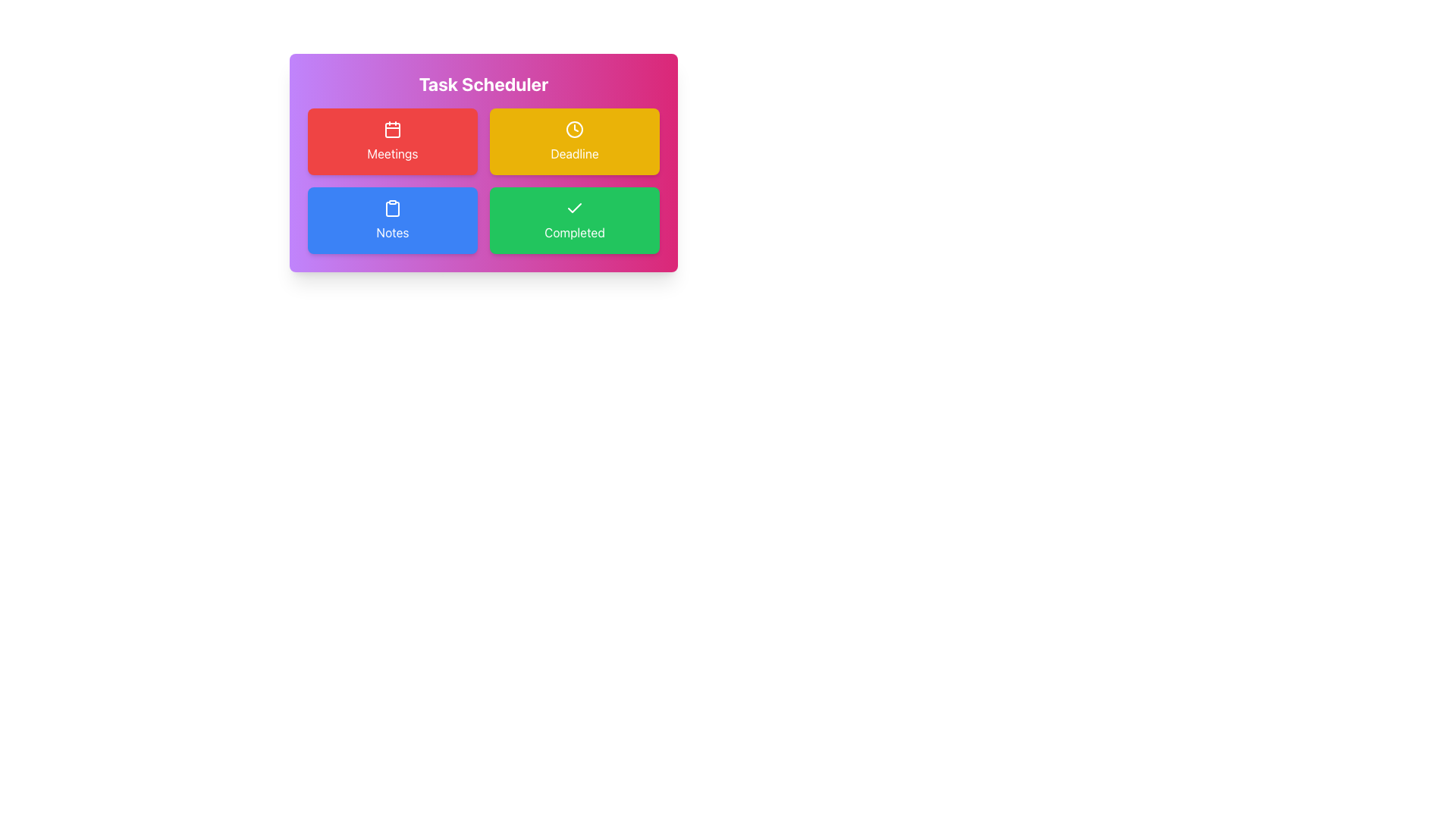  What do you see at coordinates (574, 208) in the screenshot?
I see `the vector graphic checkmark located in the center of the 'Completed' button, which has a green background and is positioned in the bottom-right of the grid under the 'Task Scheduler' heading` at bounding box center [574, 208].